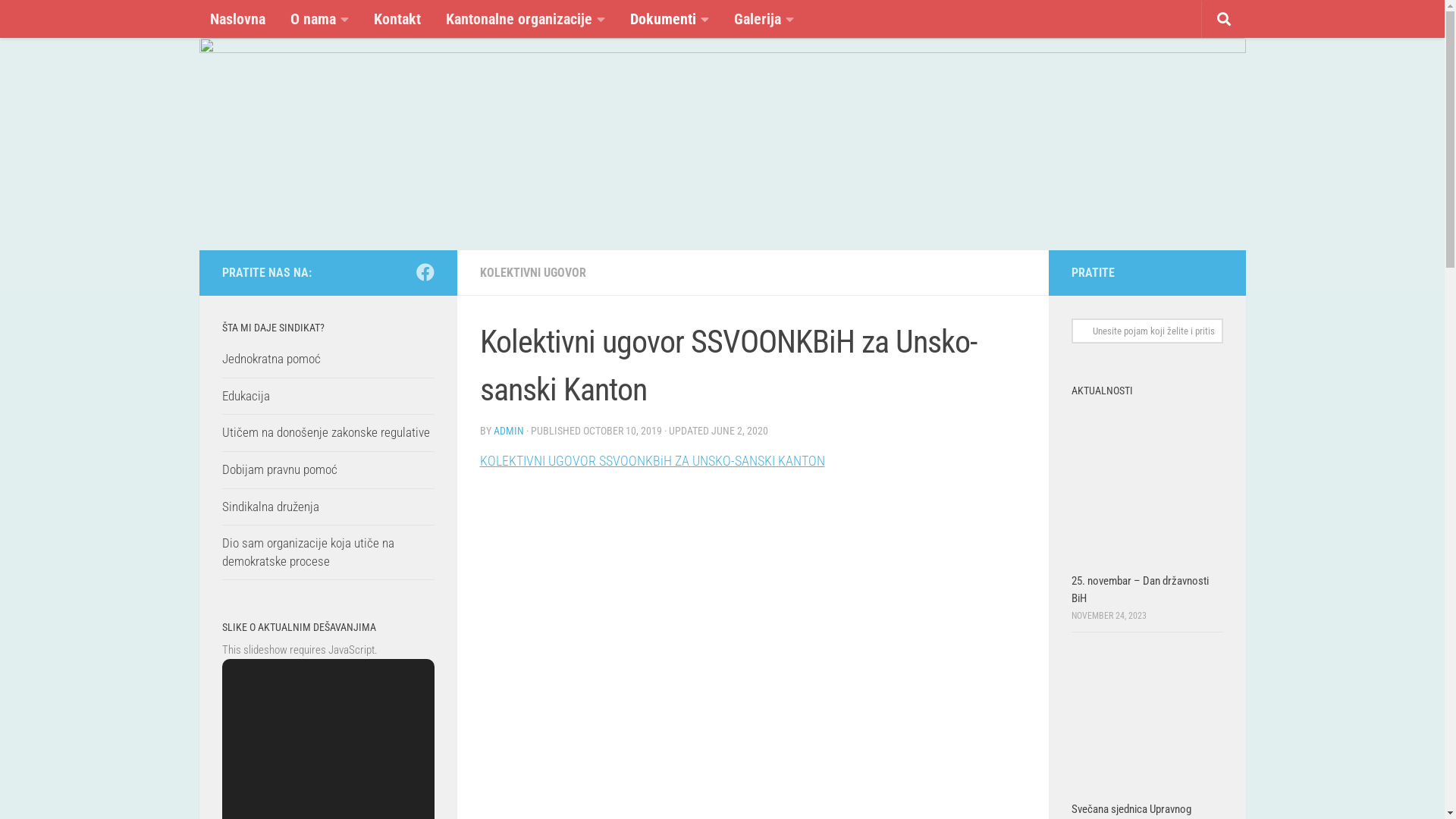 Image resolution: width=1456 pixels, height=819 pixels. I want to click on 'Follow us on Facebook', so click(415, 271).